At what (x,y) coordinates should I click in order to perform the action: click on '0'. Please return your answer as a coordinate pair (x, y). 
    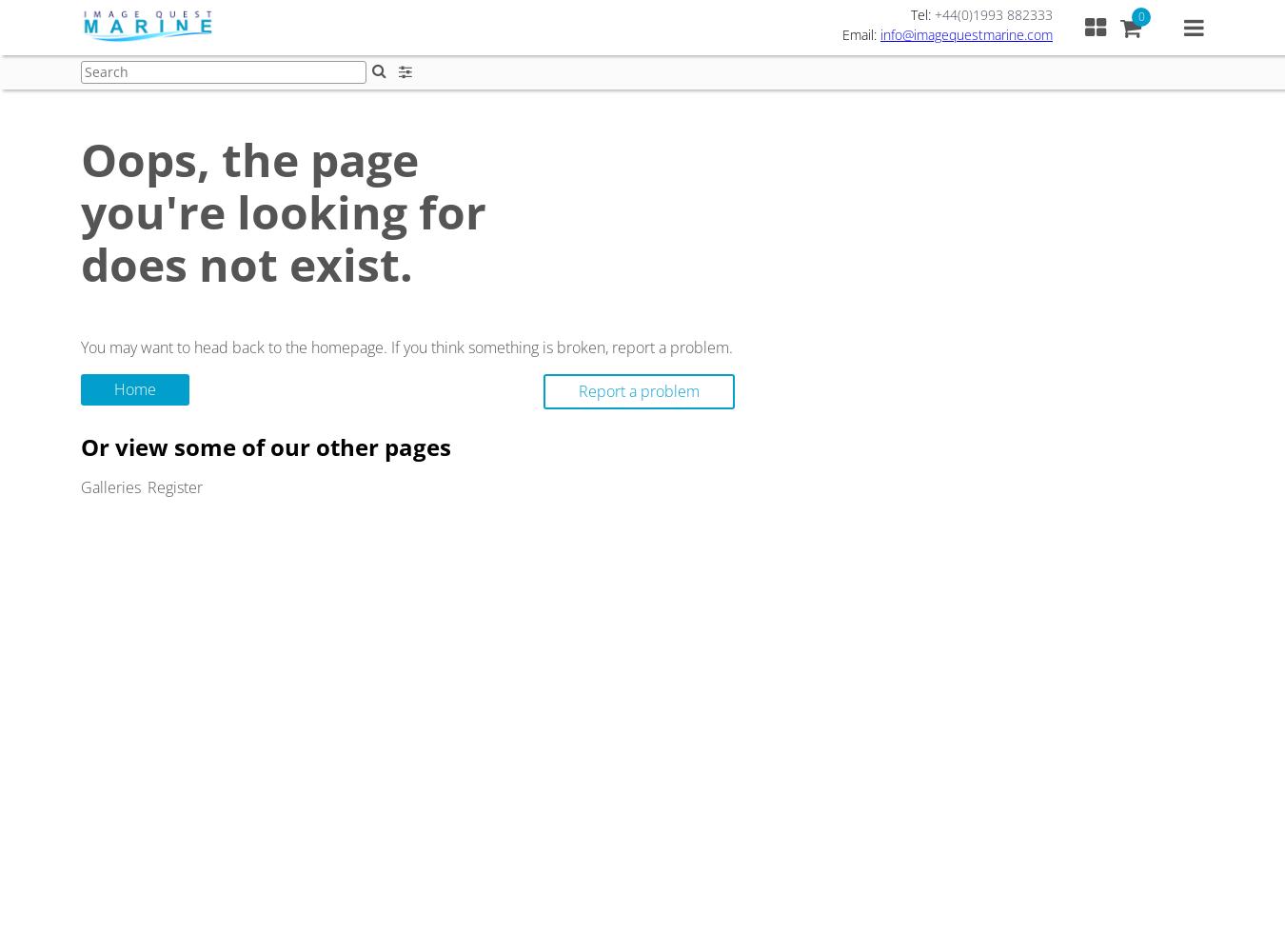
    Looking at the image, I should click on (1139, 16).